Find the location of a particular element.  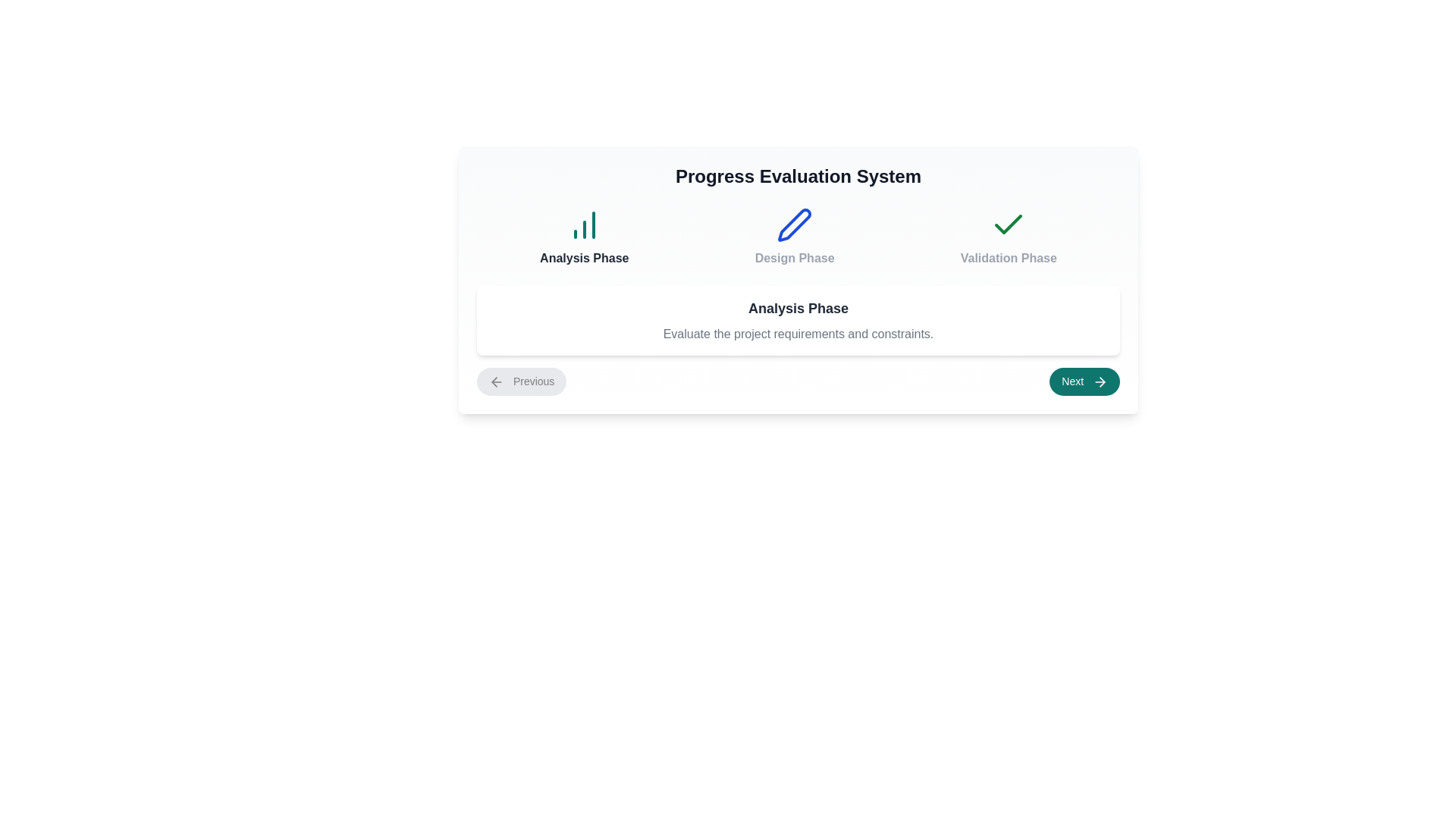

the Analysis Phase phase icon to view its details is located at coordinates (582, 237).